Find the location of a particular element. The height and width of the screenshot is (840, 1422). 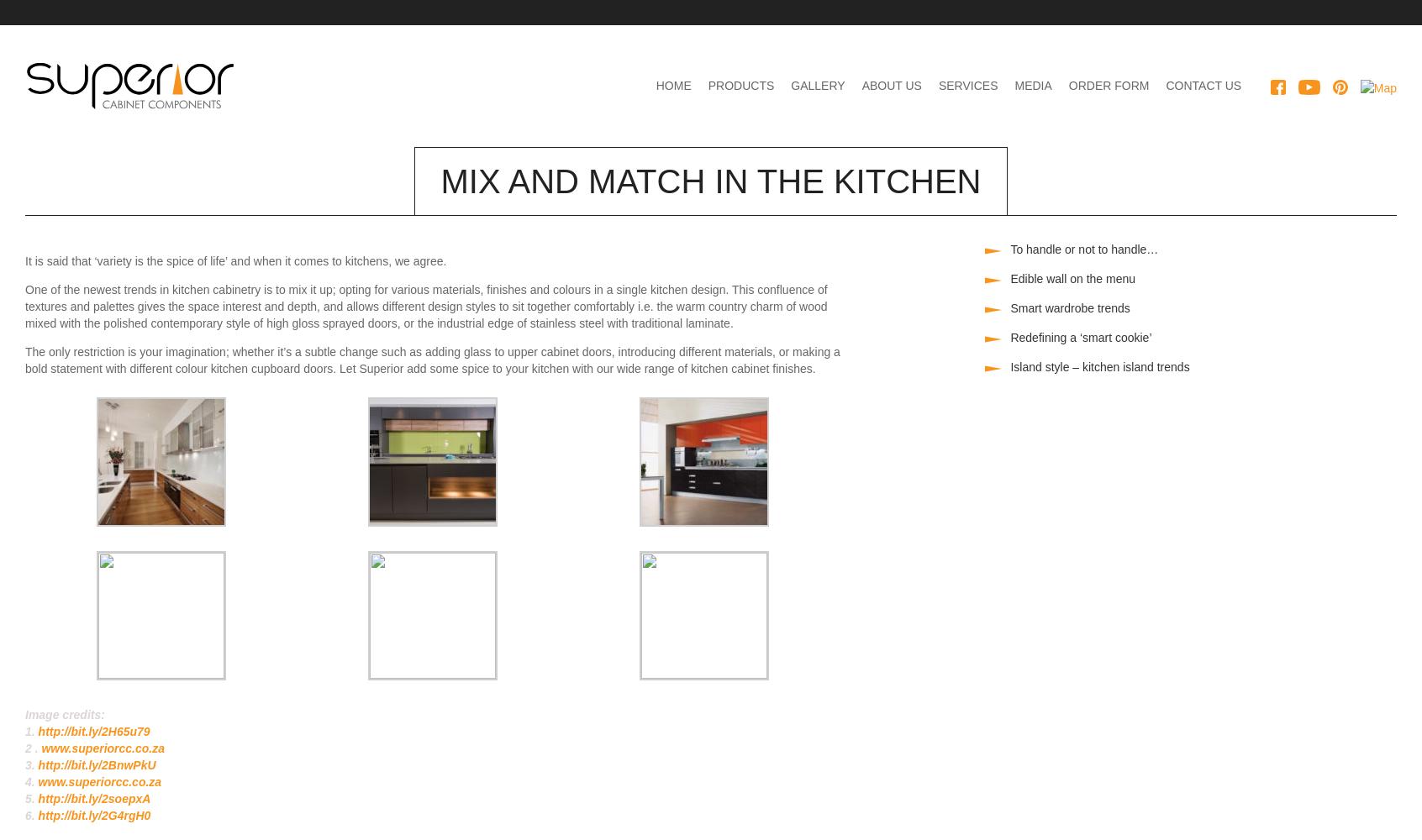

'6.' is located at coordinates (30, 815).